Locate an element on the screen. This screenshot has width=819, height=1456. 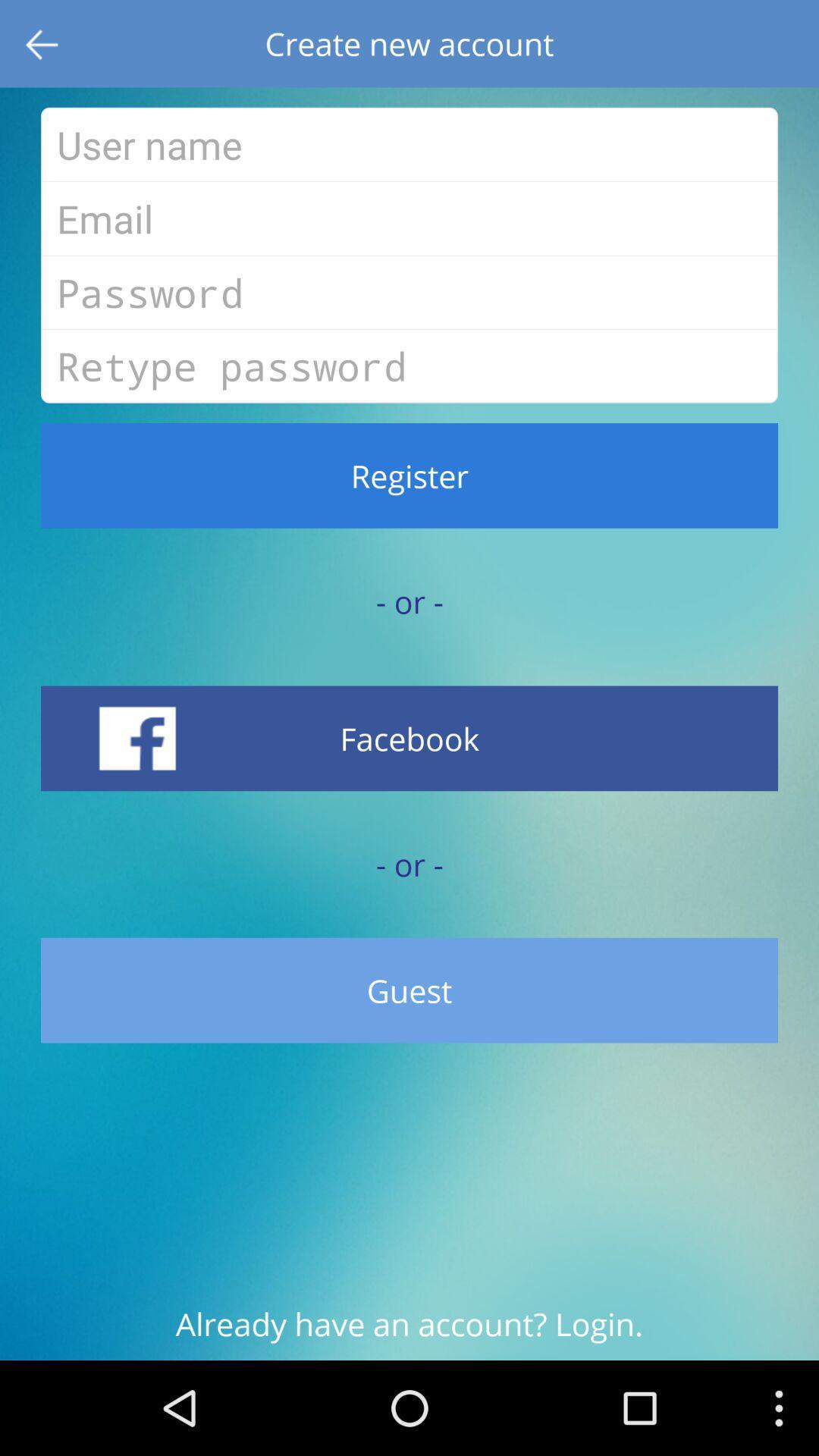
coloque aqui o seu nome is located at coordinates (409, 144).